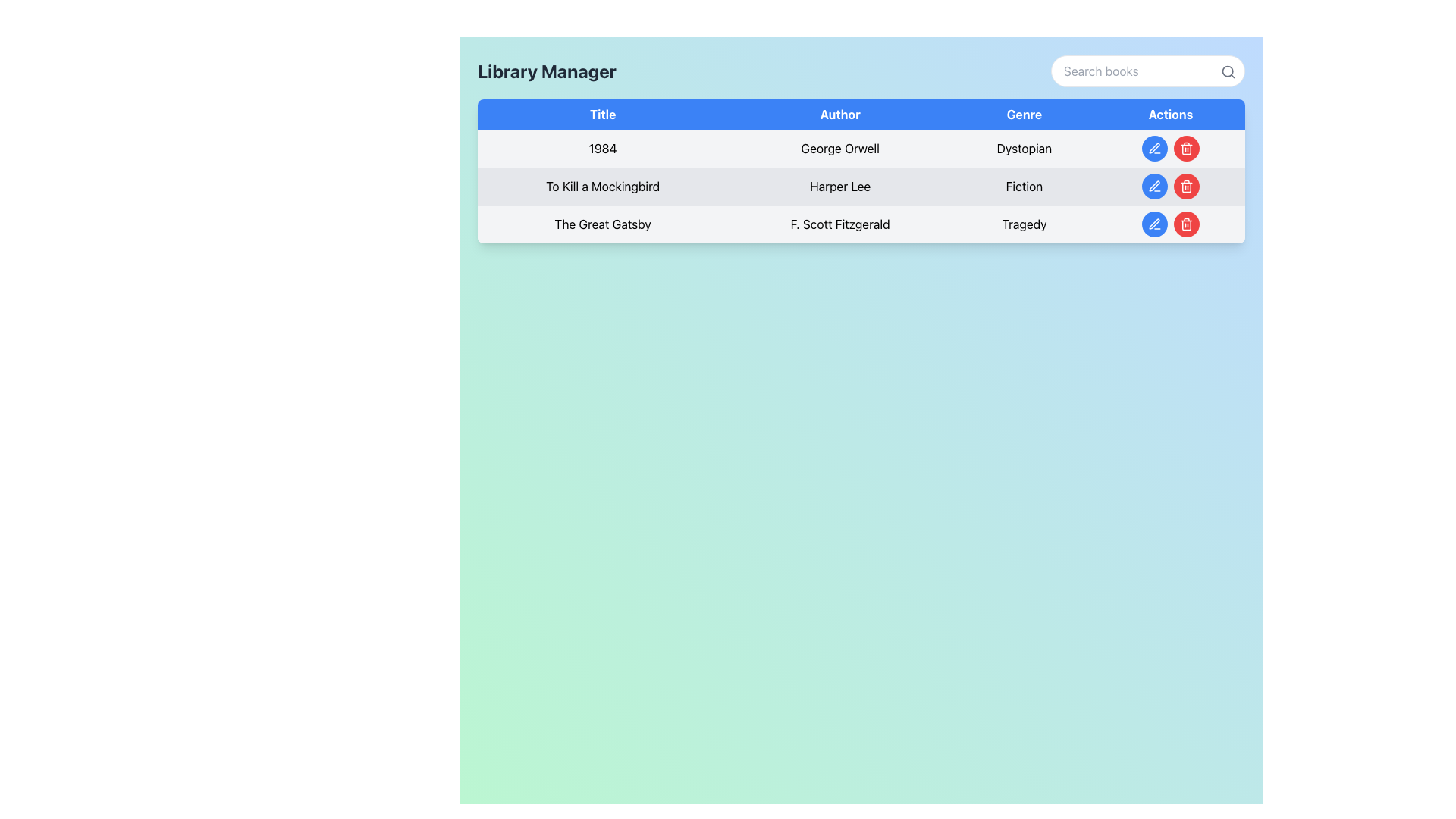 The image size is (1456, 819). I want to click on the magnifying glass icon, which is styled in gray and positioned at the top-right corner of the search input box, so click(1228, 72).